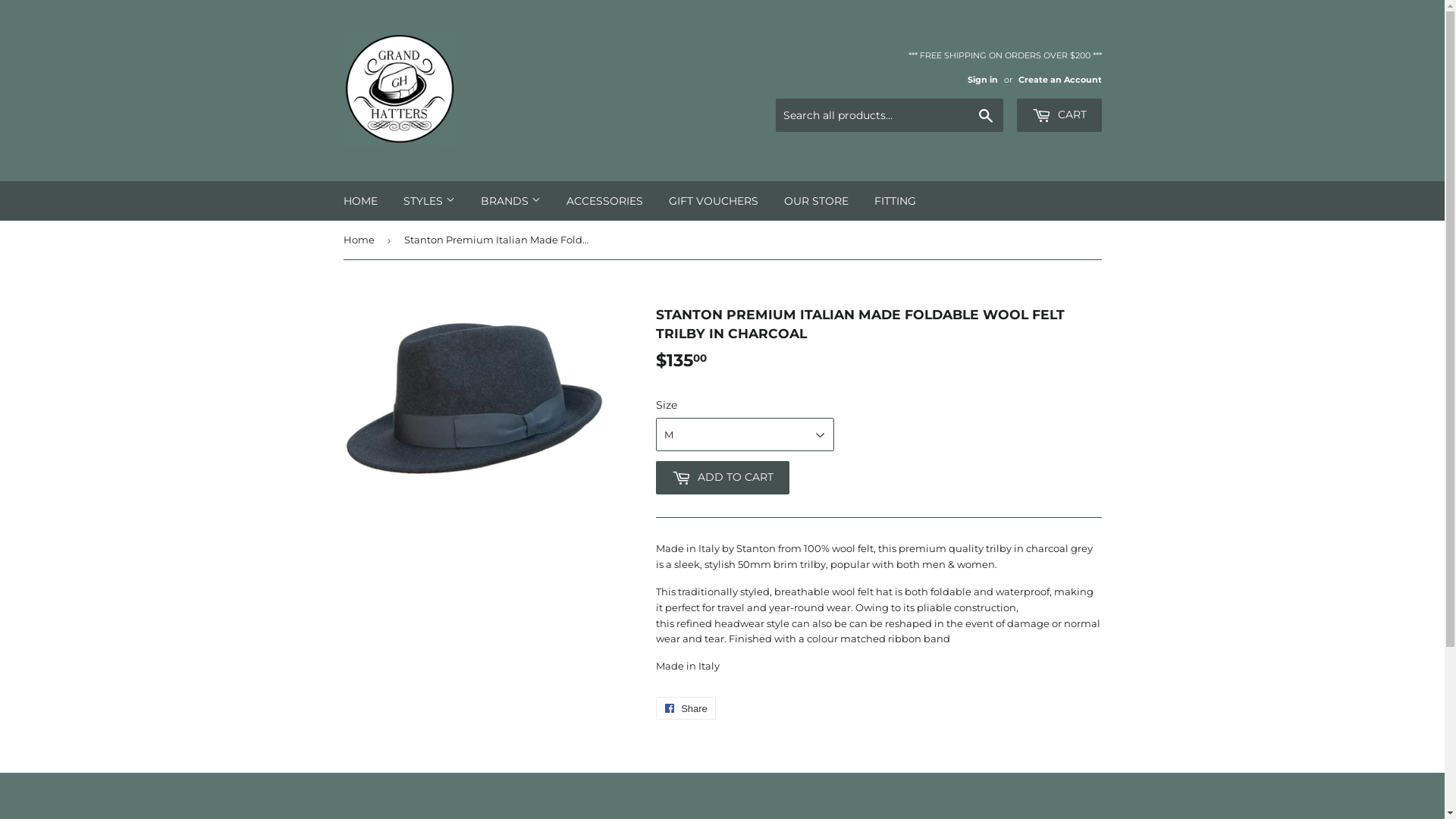  What do you see at coordinates (712, 200) in the screenshot?
I see `'GIFT VOUCHERS'` at bounding box center [712, 200].